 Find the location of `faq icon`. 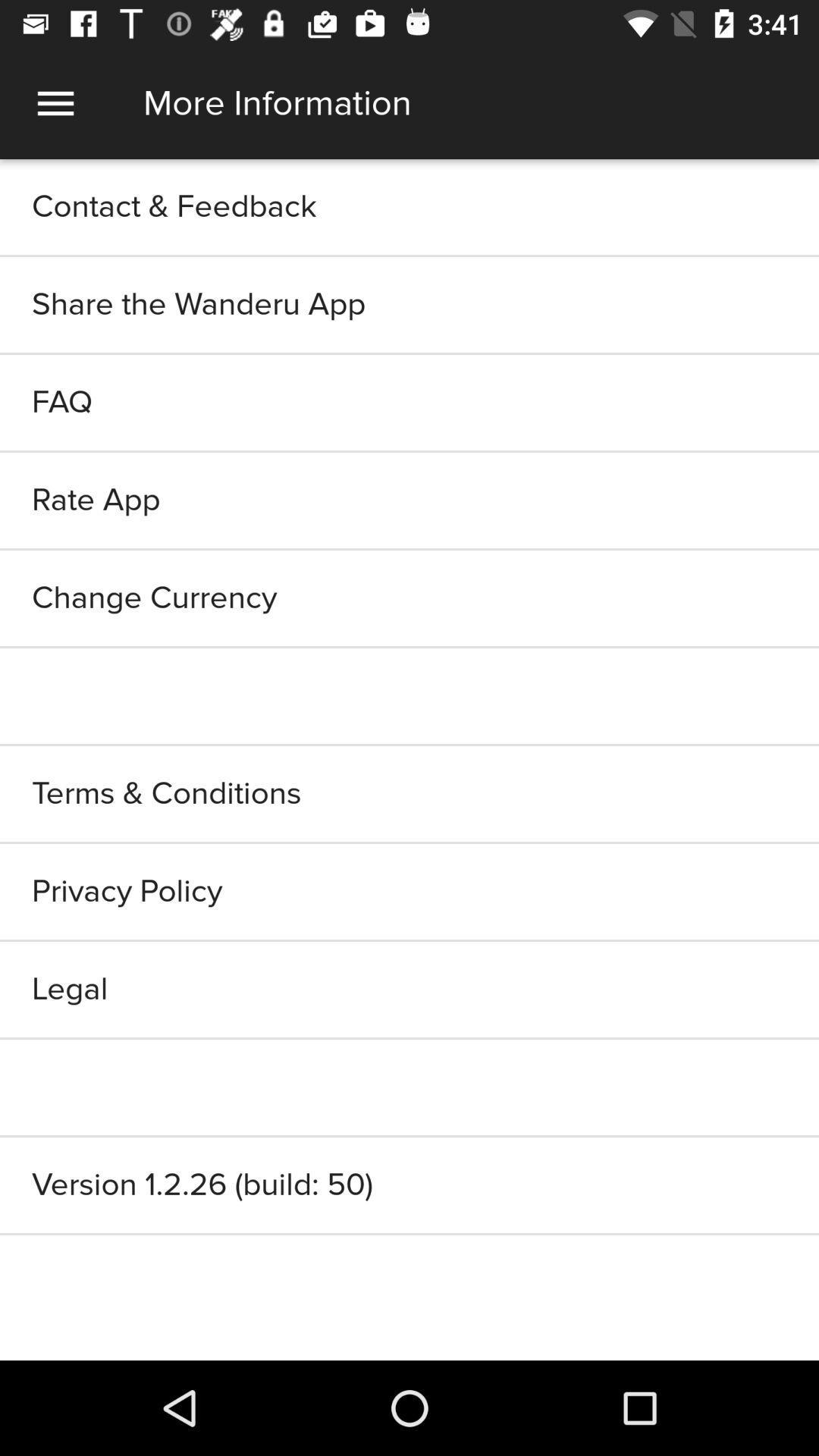

faq icon is located at coordinates (409, 403).